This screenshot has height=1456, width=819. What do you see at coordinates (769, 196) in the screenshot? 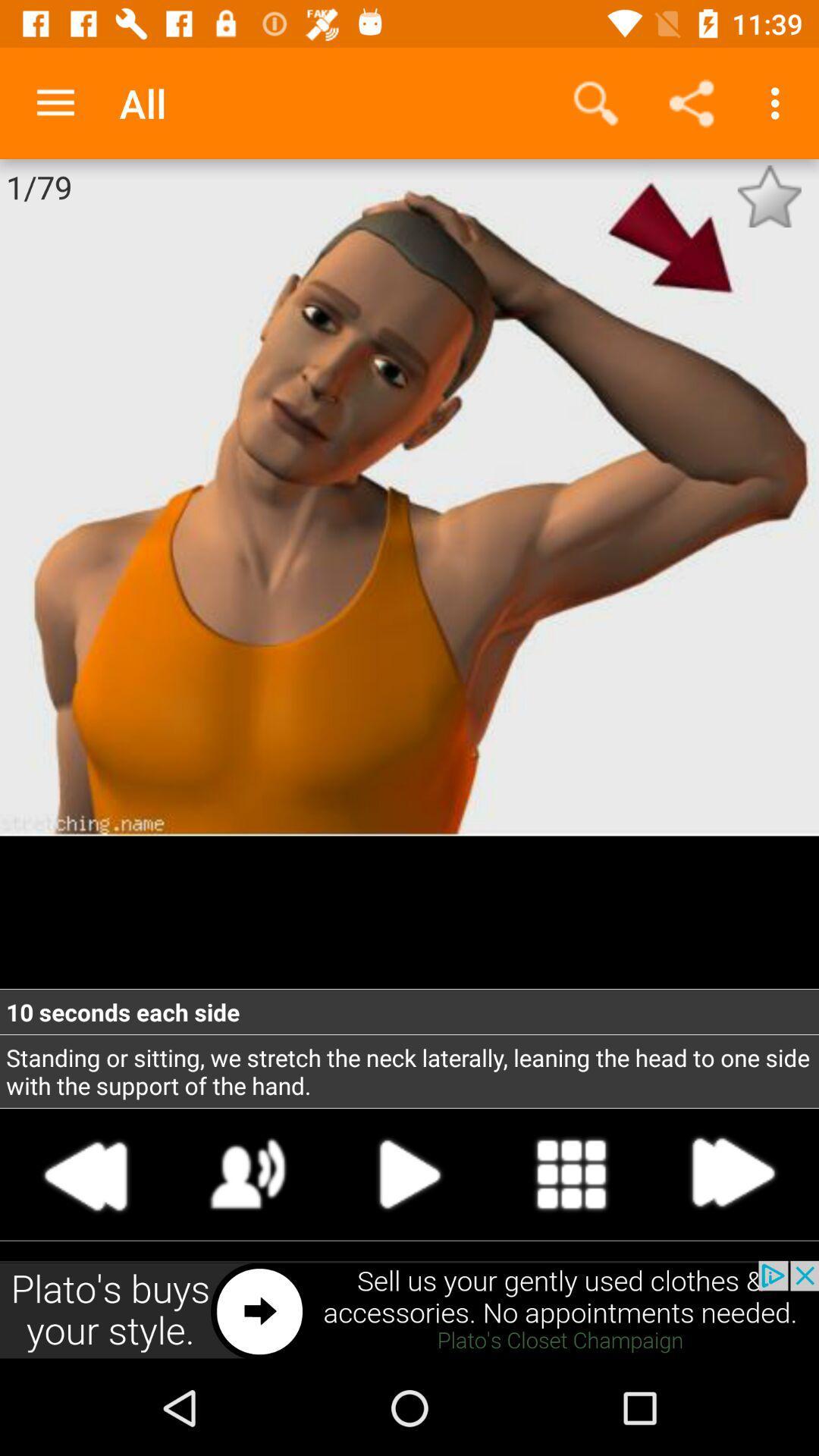
I see `favorite option` at bounding box center [769, 196].